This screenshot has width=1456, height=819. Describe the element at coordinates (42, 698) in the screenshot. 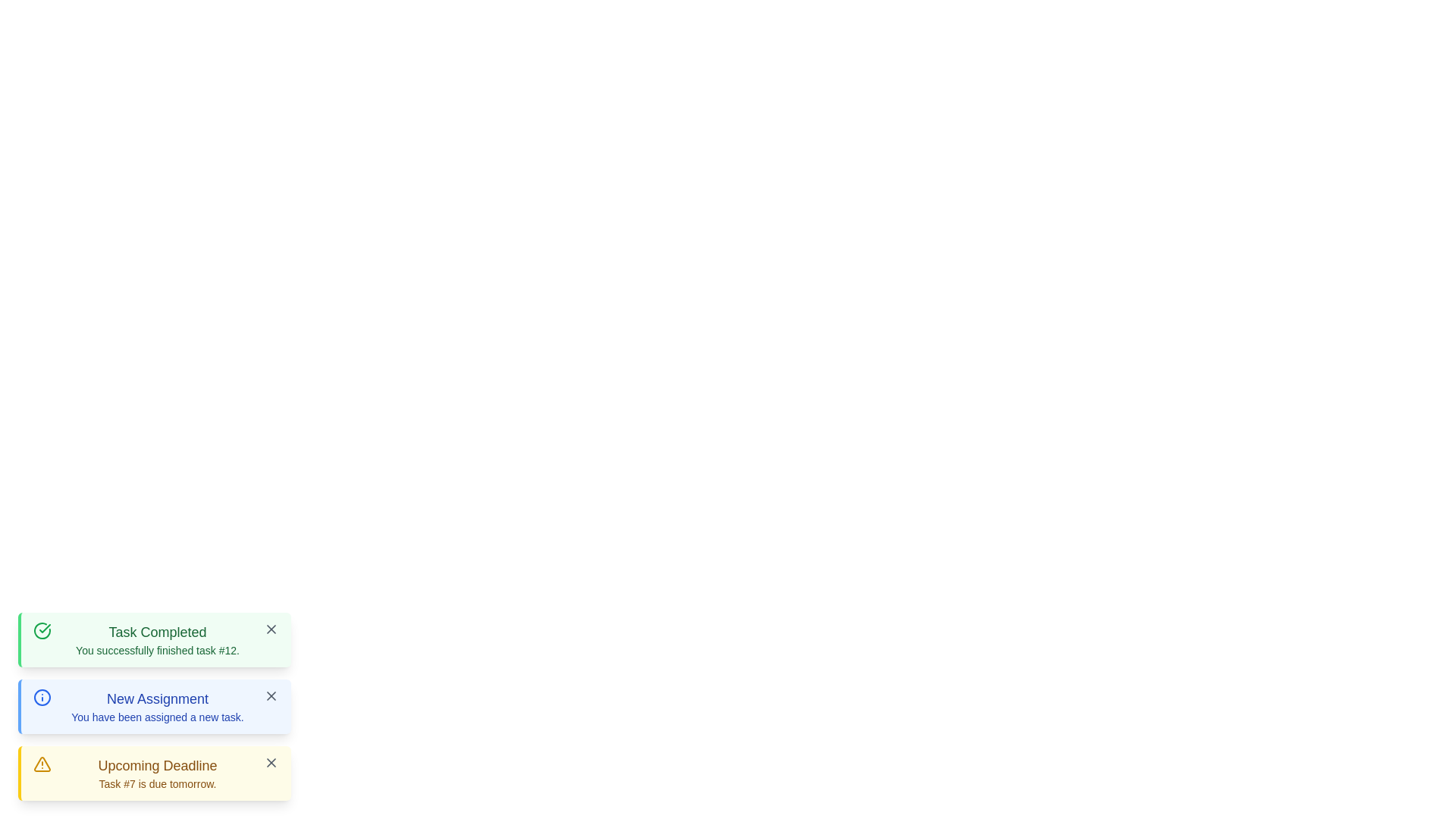

I see `the informational SVG icon at the start of the 'New Assignment' notification card` at that location.